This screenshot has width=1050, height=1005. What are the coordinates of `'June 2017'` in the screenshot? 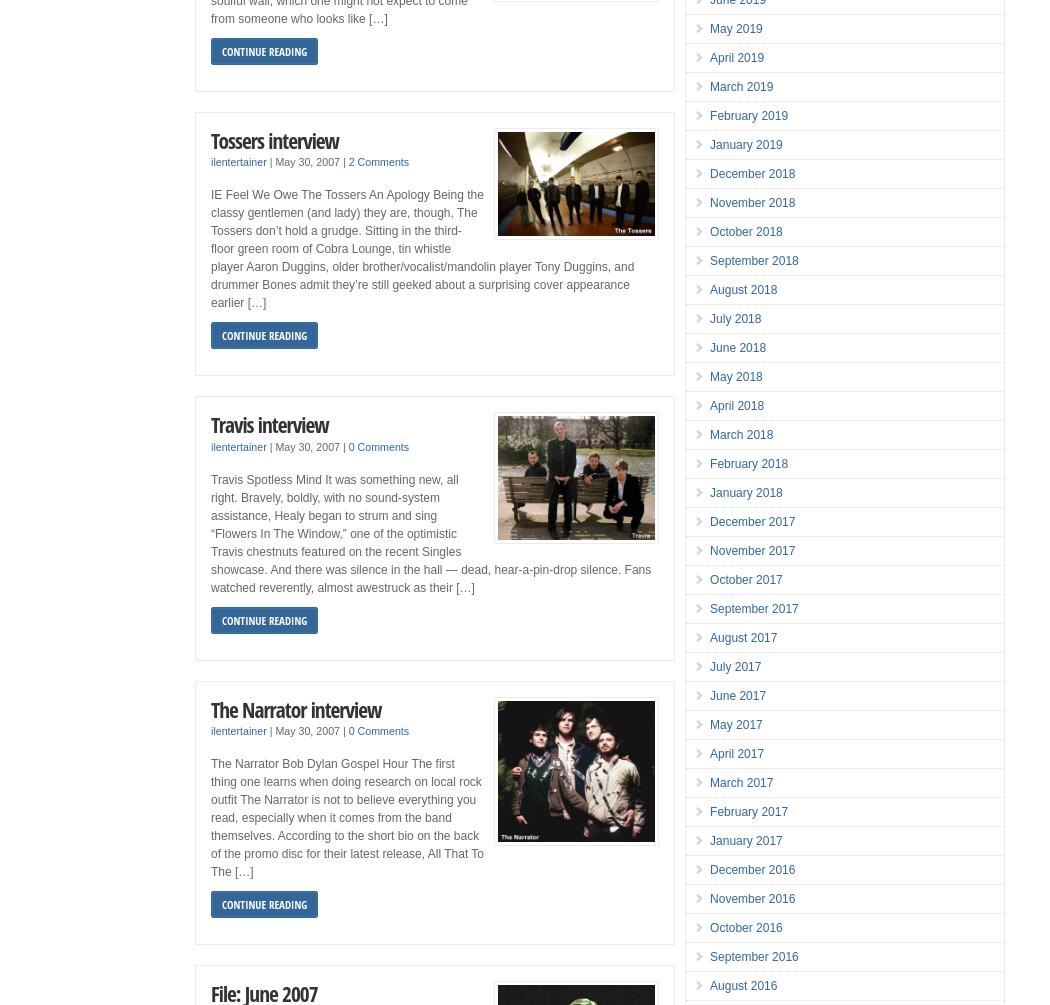 It's located at (710, 695).